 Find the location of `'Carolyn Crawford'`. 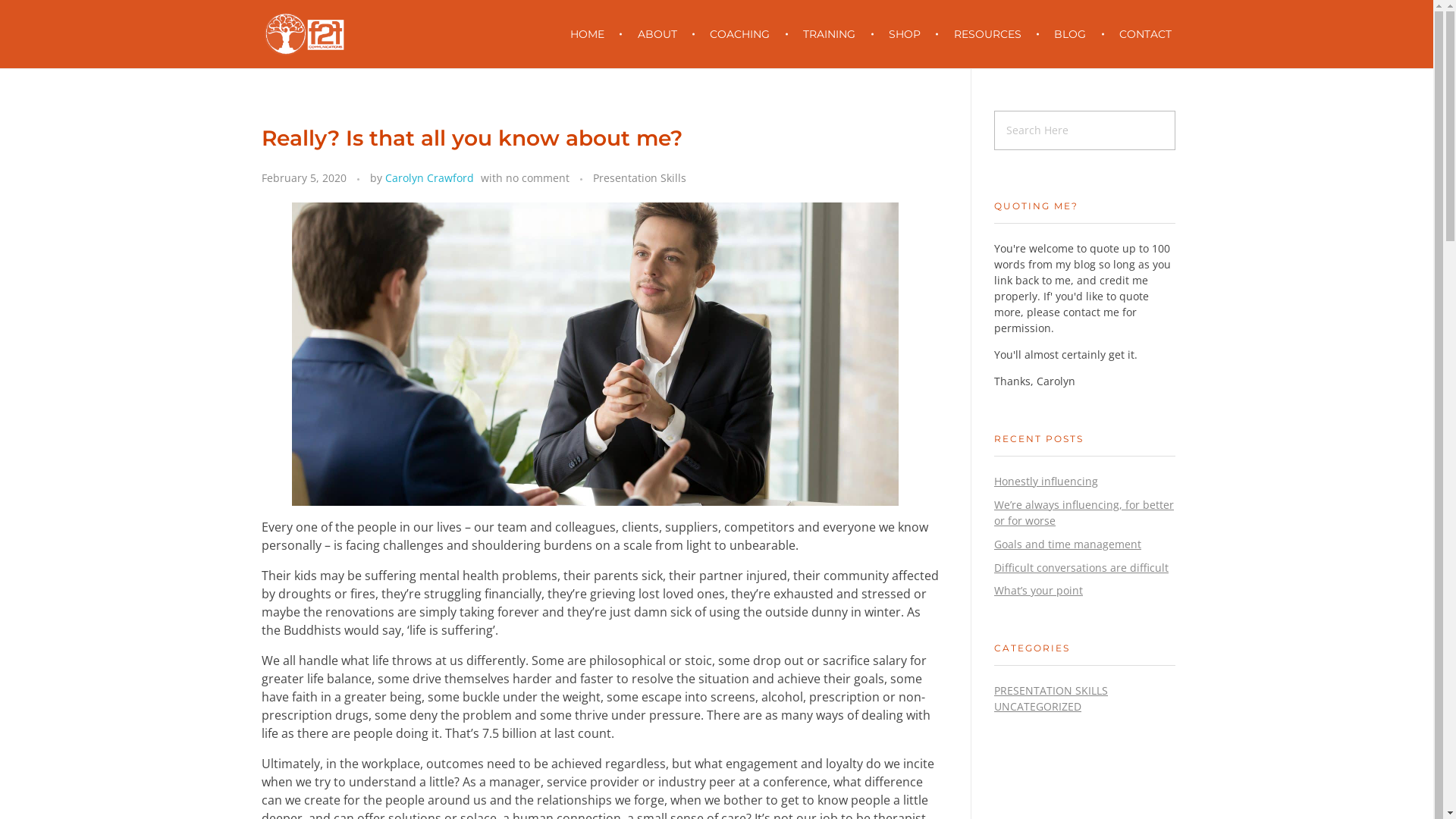

'Carolyn Crawford' is located at coordinates (428, 177).